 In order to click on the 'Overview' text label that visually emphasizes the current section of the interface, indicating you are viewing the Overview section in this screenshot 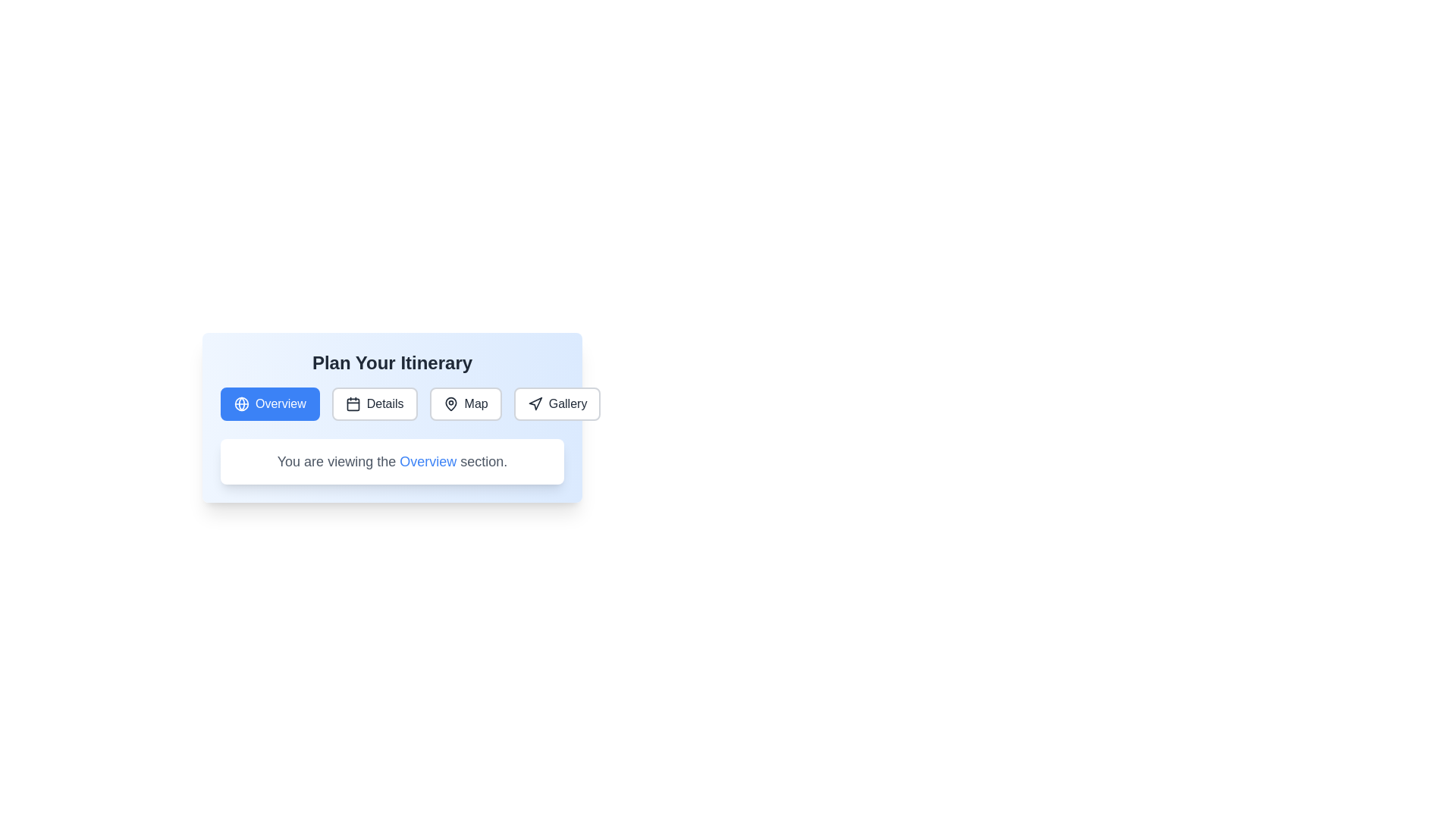, I will do `click(427, 461)`.